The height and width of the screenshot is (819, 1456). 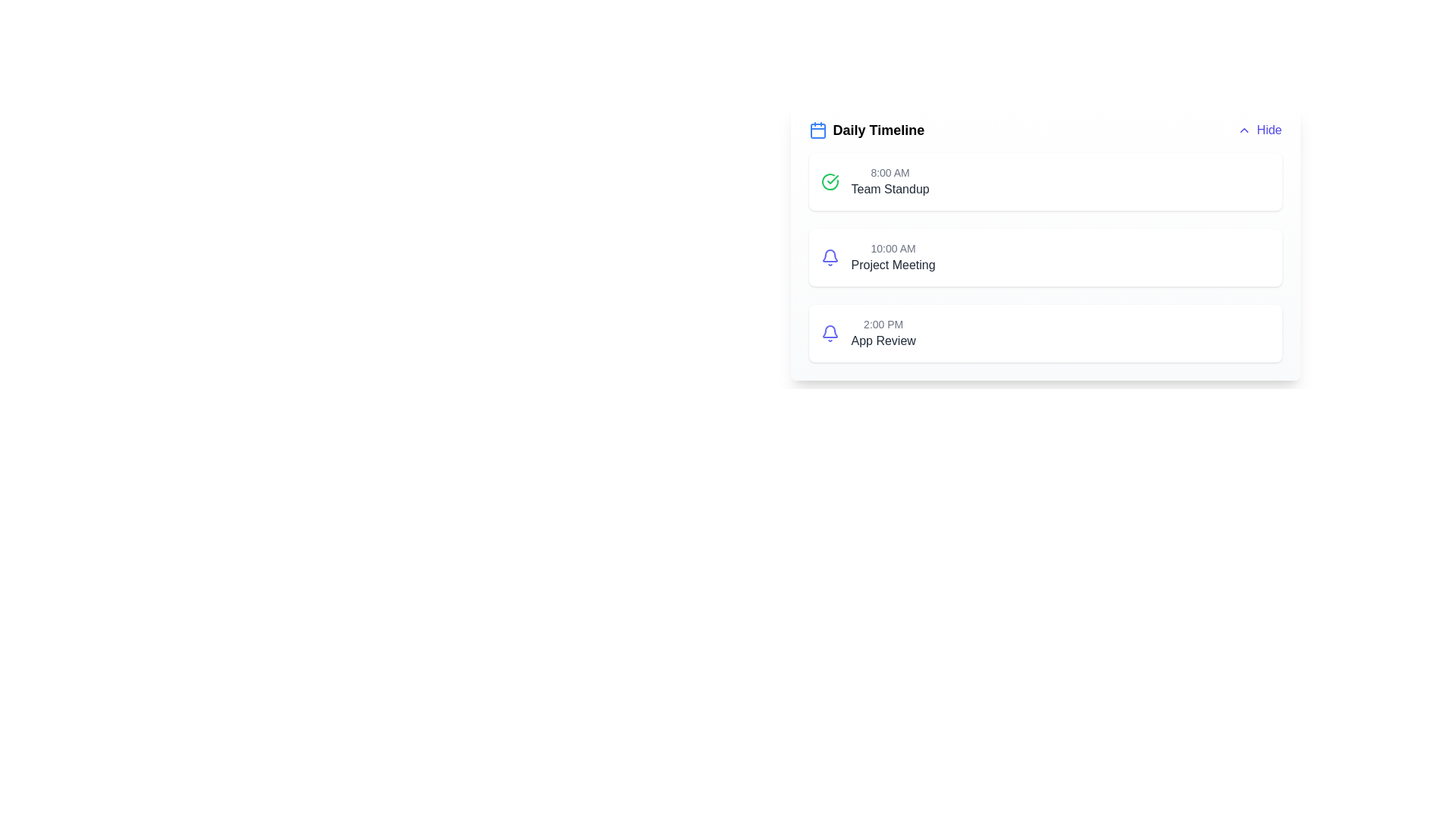 What do you see at coordinates (866, 130) in the screenshot?
I see `the 'Daily Timeline' header element, which consists of a calendar icon and bold text` at bounding box center [866, 130].